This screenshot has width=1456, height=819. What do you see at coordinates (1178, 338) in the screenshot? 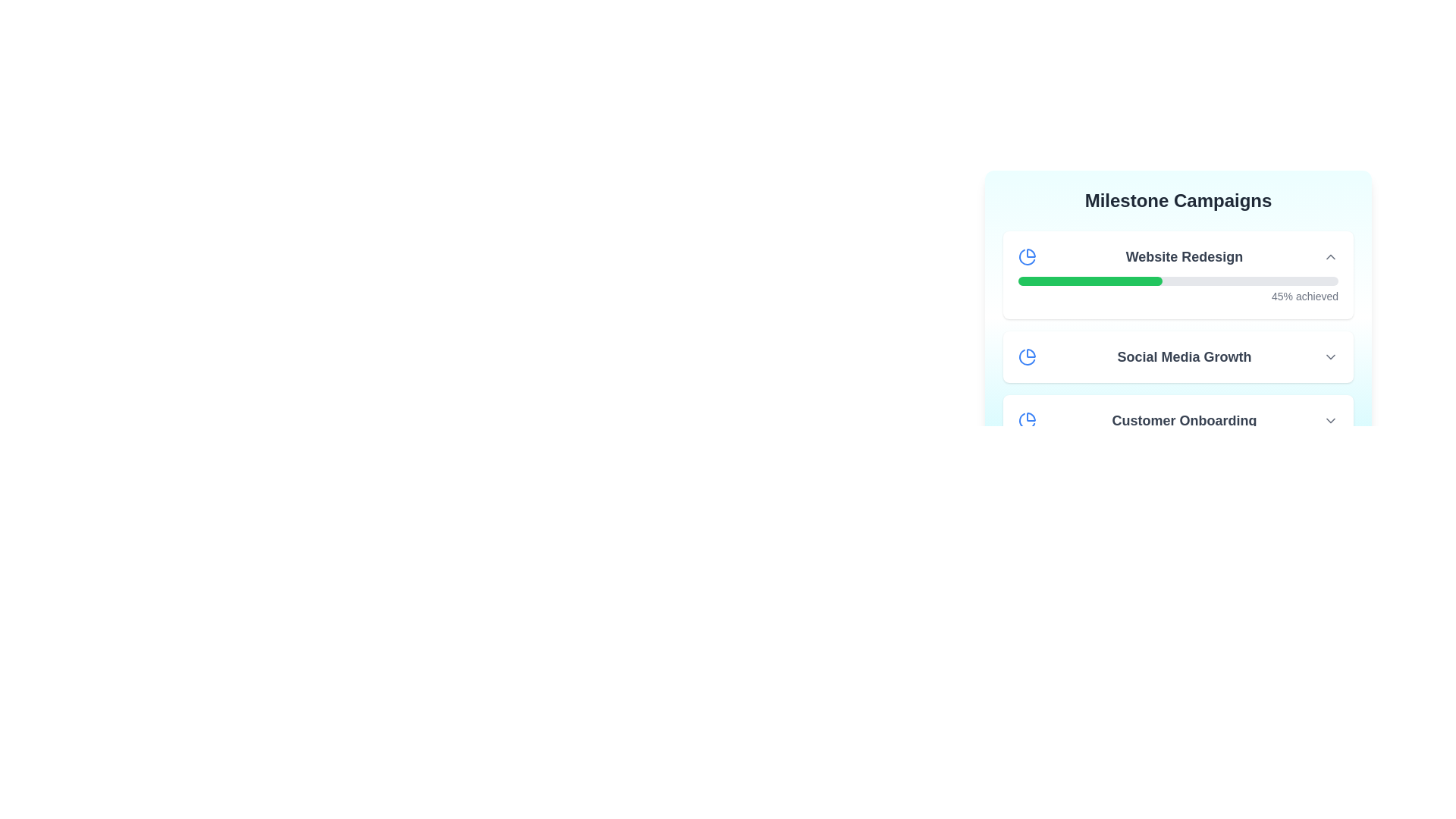
I see `the list item labeled 'Social Media Growth' which is the second item in the 'Milestone Campaigns' list` at bounding box center [1178, 338].